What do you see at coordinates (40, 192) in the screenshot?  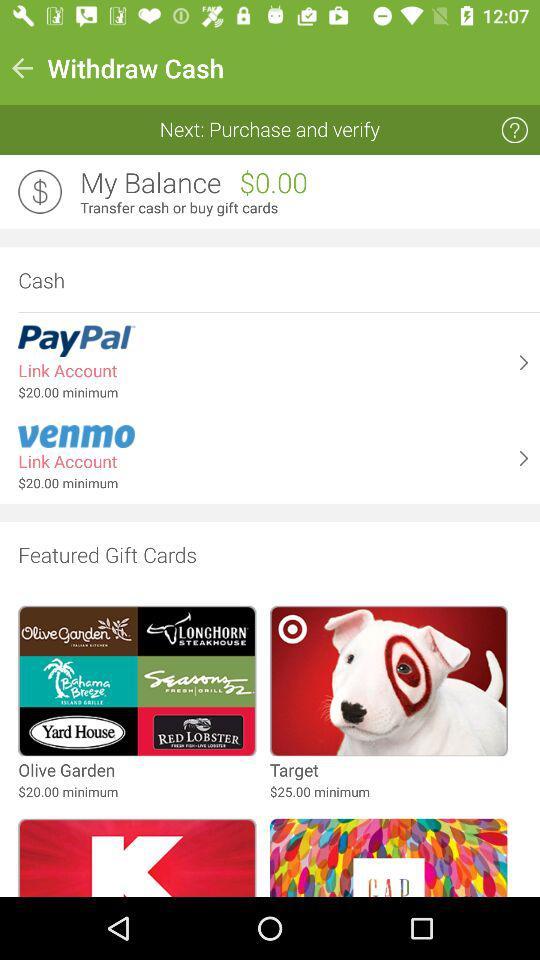 I see `the item to the left of my balance item` at bounding box center [40, 192].